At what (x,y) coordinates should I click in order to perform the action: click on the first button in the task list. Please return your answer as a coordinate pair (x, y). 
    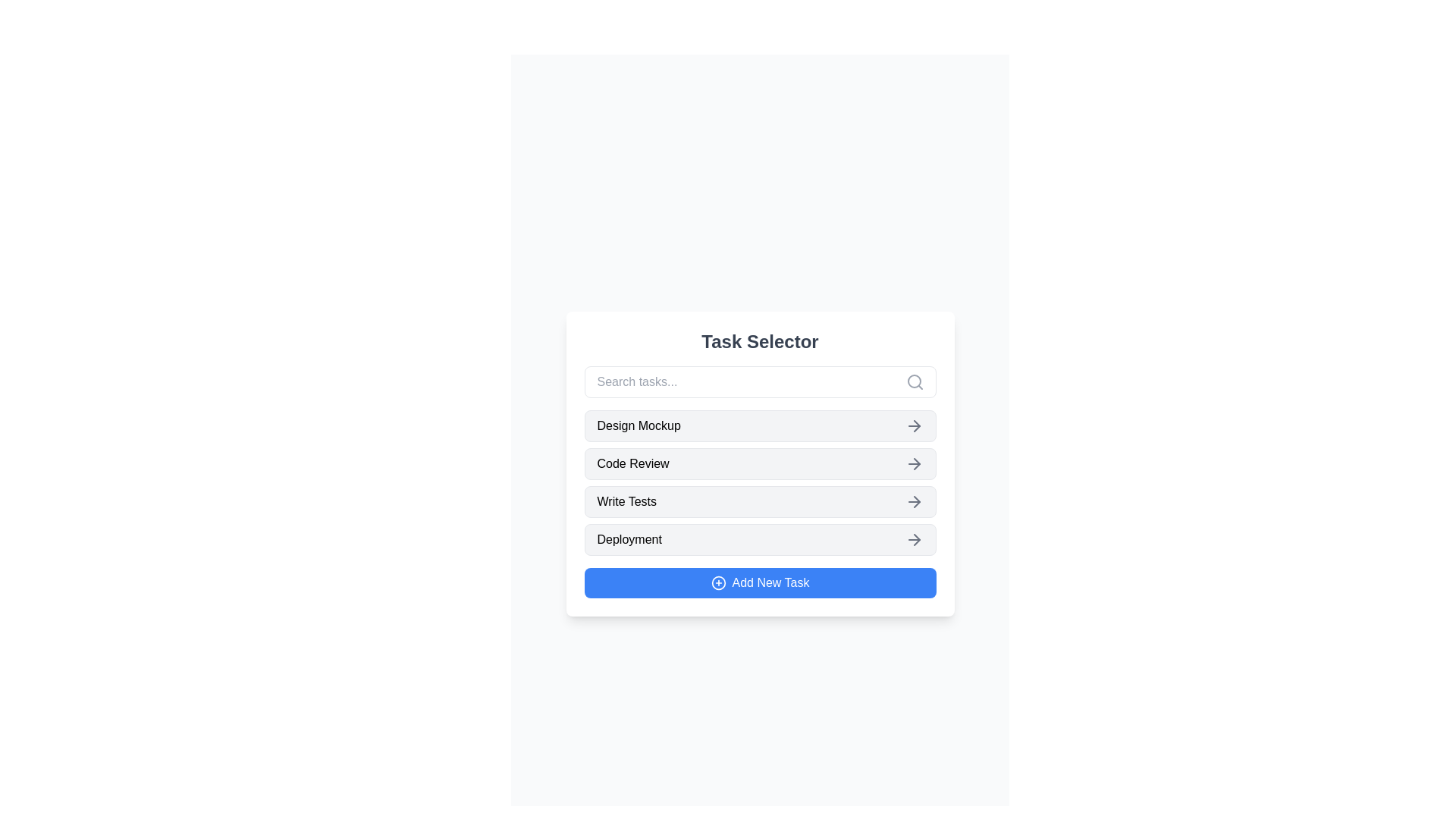
    Looking at the image, I should click on (760, 426).